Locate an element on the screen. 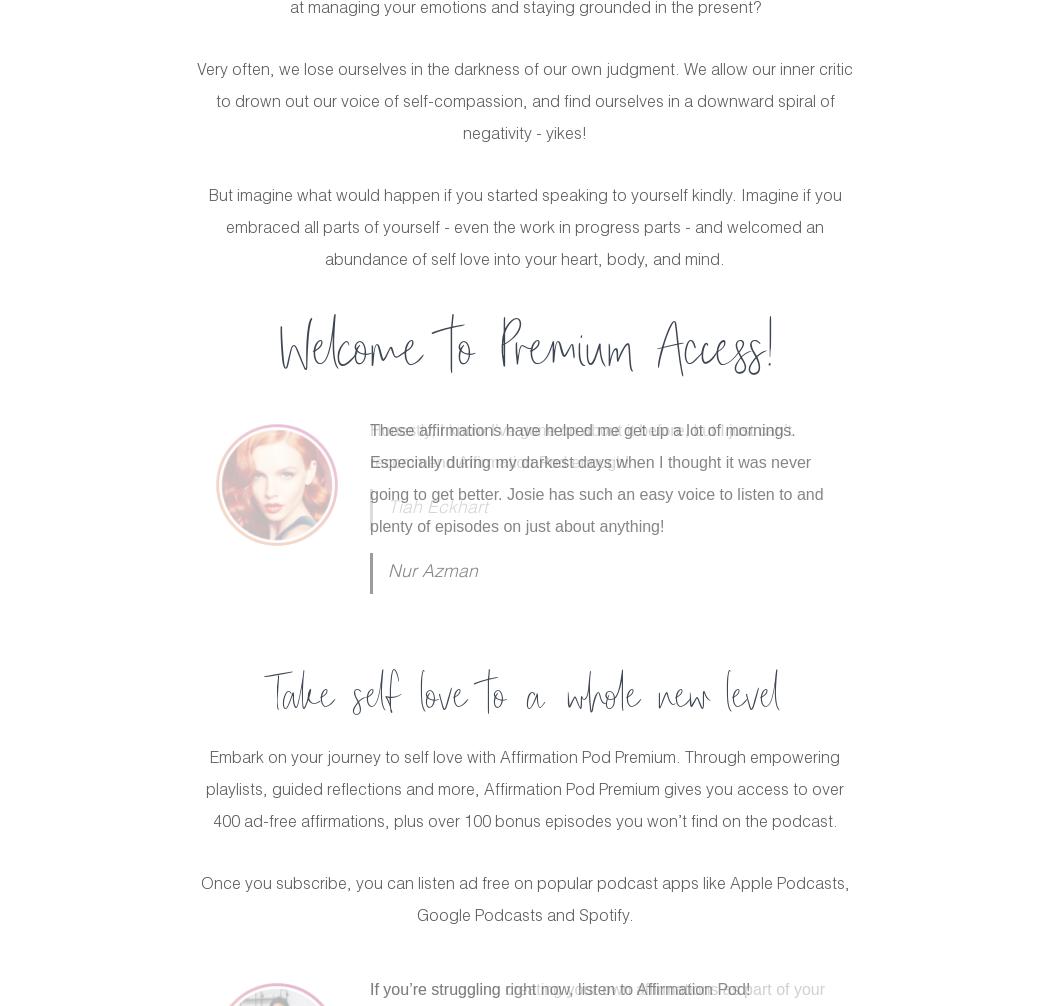  'These affirmations have helped me get up a lot of mornings. Especially during my darkest days when I thought it was never going to get better. Josie has such an easy voice to listen to and plenty of episodes on just about anything!' is located at coordinates (595, 477).